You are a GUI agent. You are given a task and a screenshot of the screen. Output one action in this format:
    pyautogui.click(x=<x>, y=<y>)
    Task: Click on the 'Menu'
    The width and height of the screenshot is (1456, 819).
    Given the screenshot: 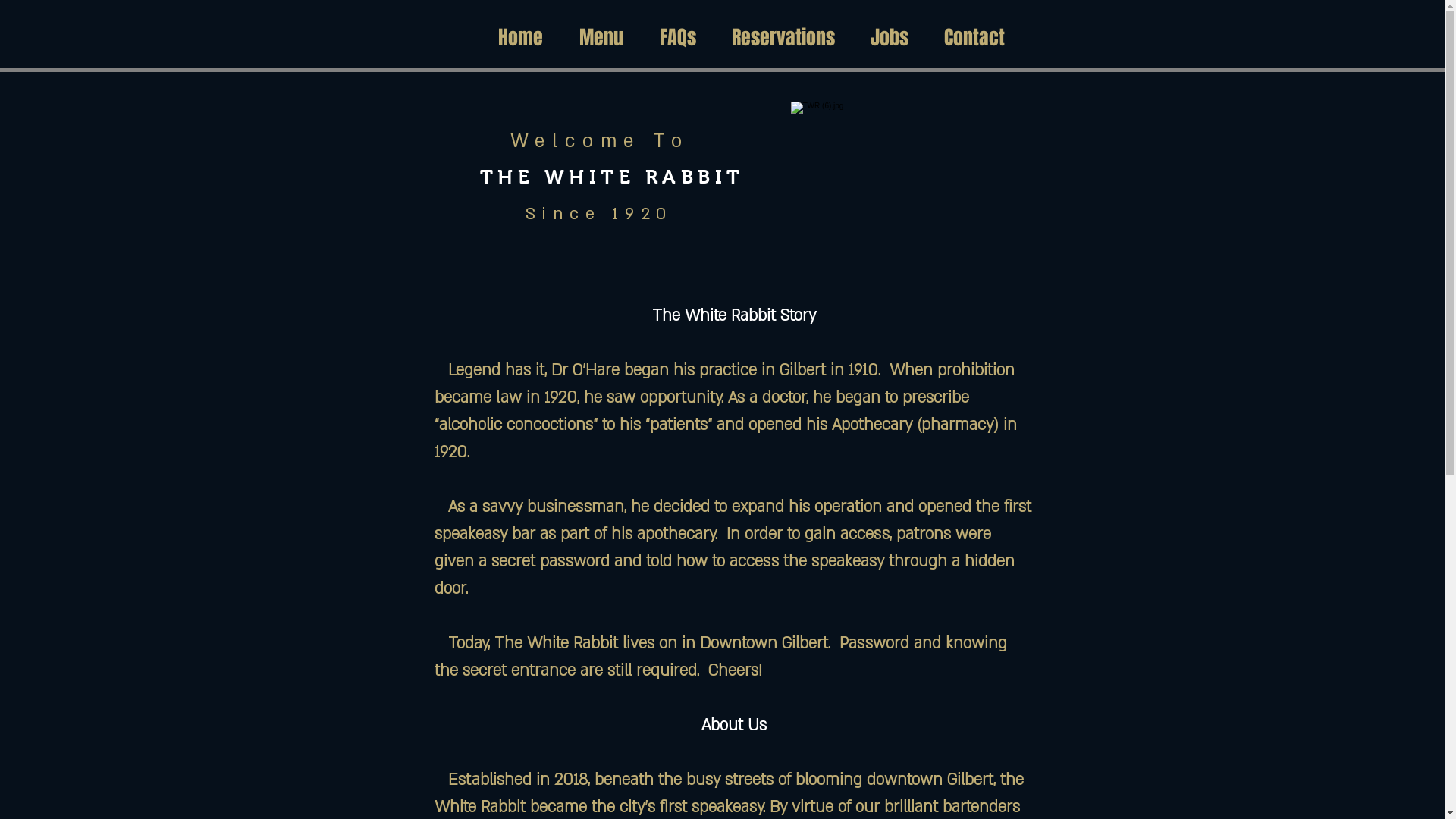 What is the action you would take?
    pyautogui.click(x=600, y=37)
    